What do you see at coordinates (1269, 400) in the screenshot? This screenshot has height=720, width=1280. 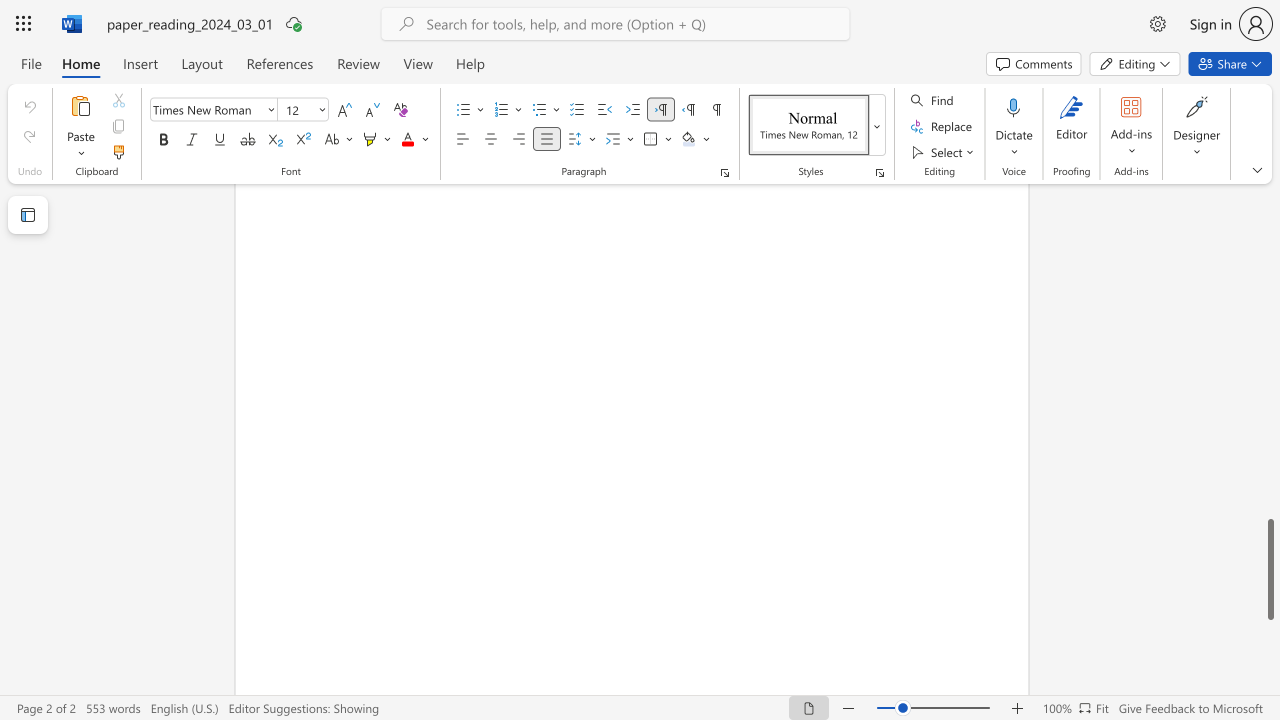 I see `the scrollbar on the right to shift the page higher` at bounding box center [1269, 400].